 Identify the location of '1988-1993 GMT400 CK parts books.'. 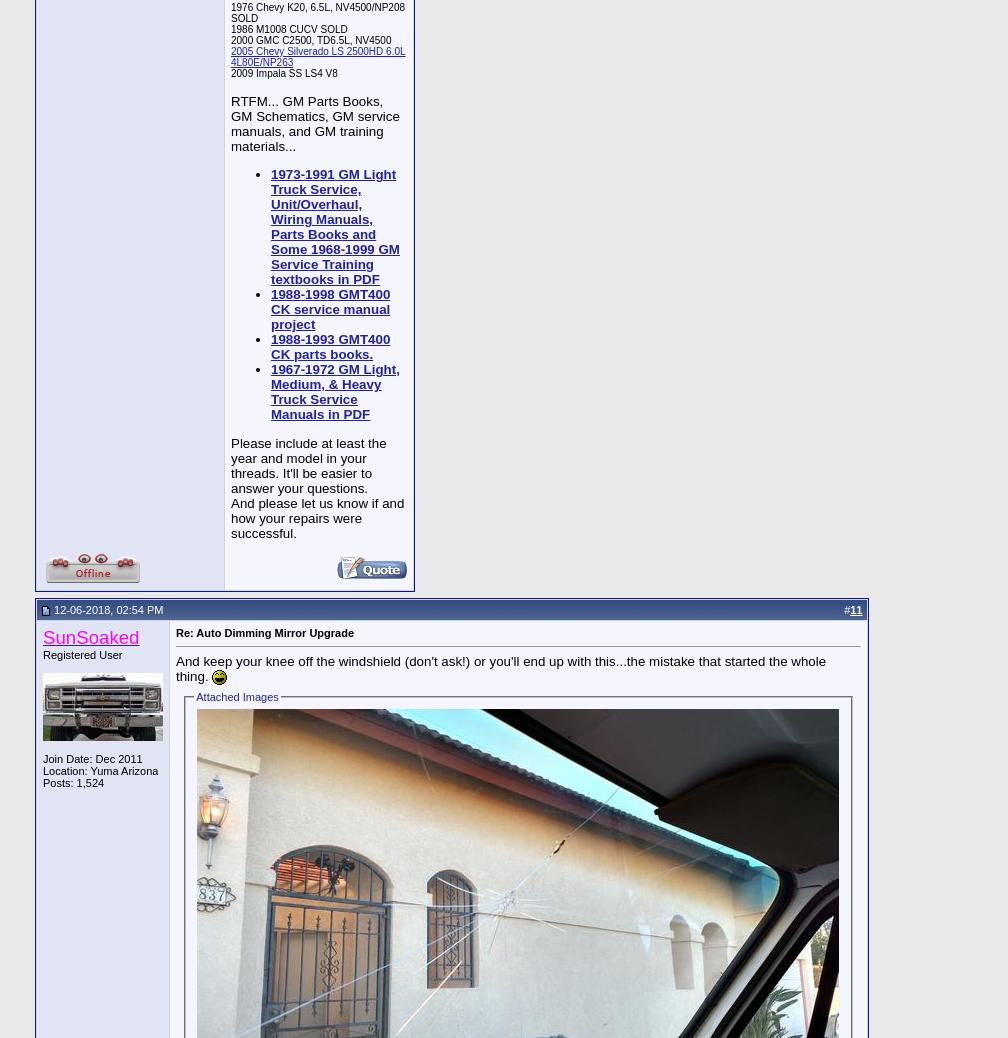
(330, 347).